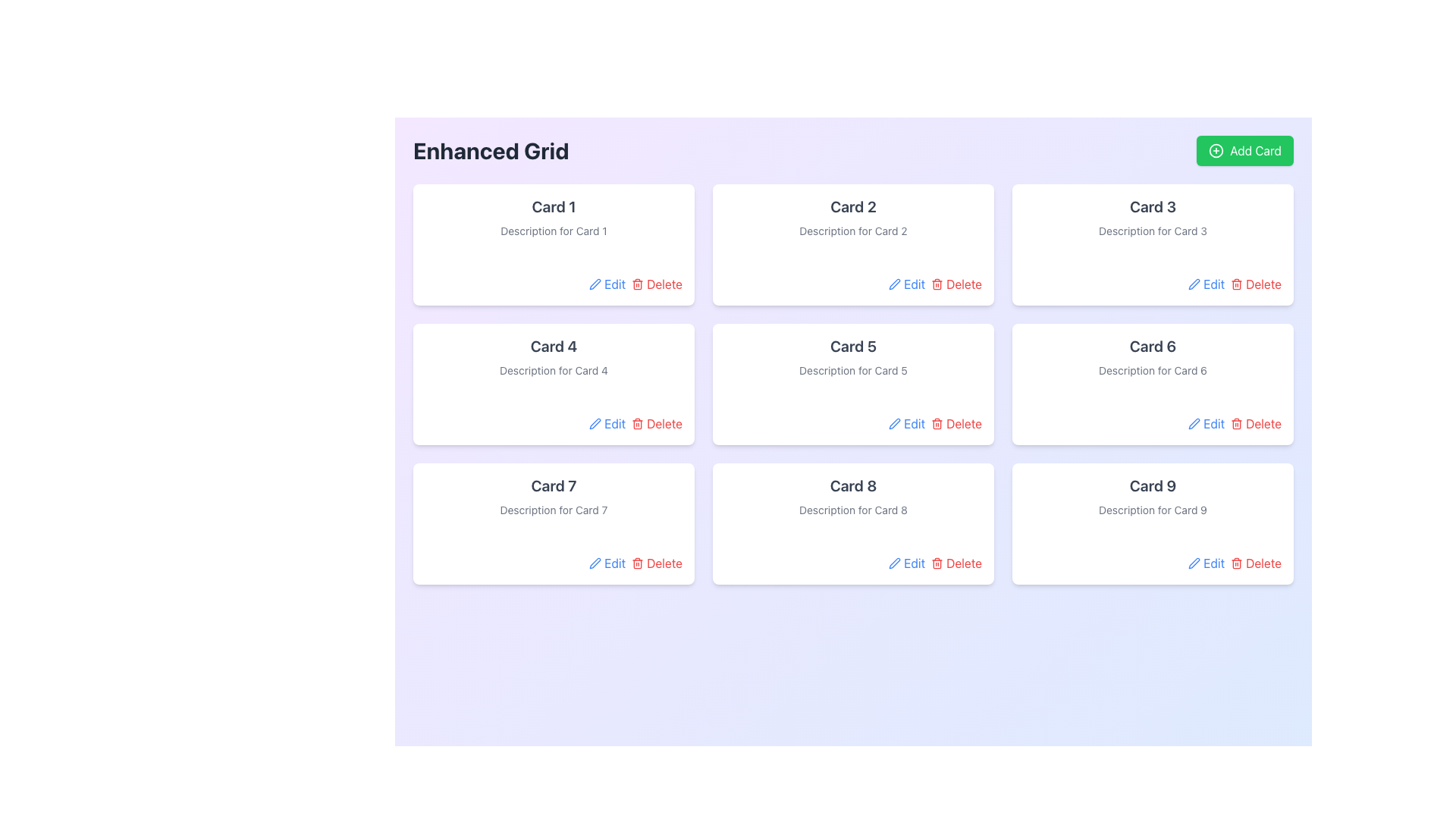  What do you see at coordinates (1194, 563) in the screenshot?
I see `the edit icon located to the left of the 'Edit' text label at the bottom right corner of 'Card 9'` at bounding box center [1194, 563].